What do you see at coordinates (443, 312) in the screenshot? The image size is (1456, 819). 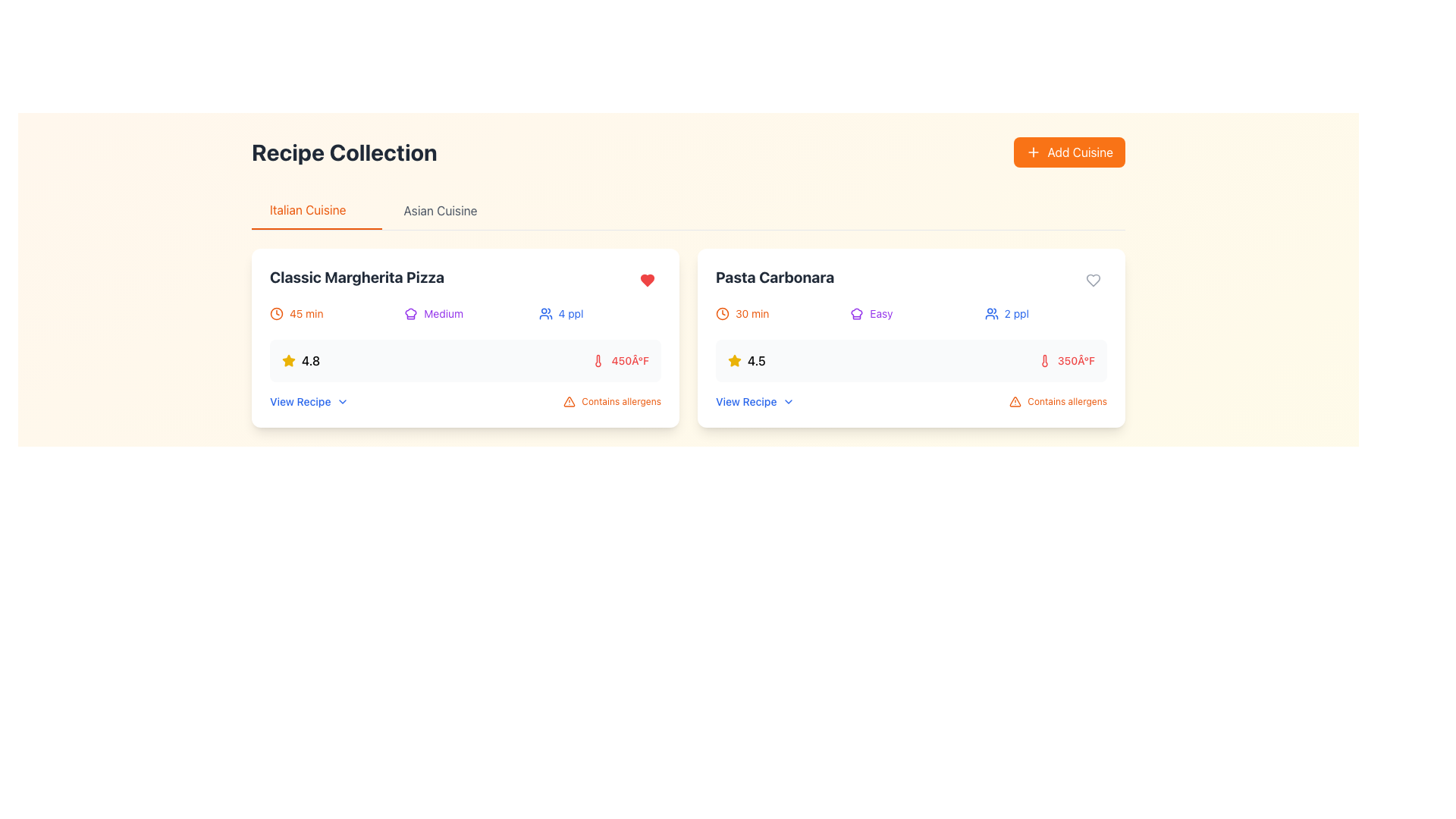 I see `text displayed on the small, purple-colored text label that says 'Medium' located centrally within the first card under the 'Italian Cuisine' tab` at bounding box center [443, 312].